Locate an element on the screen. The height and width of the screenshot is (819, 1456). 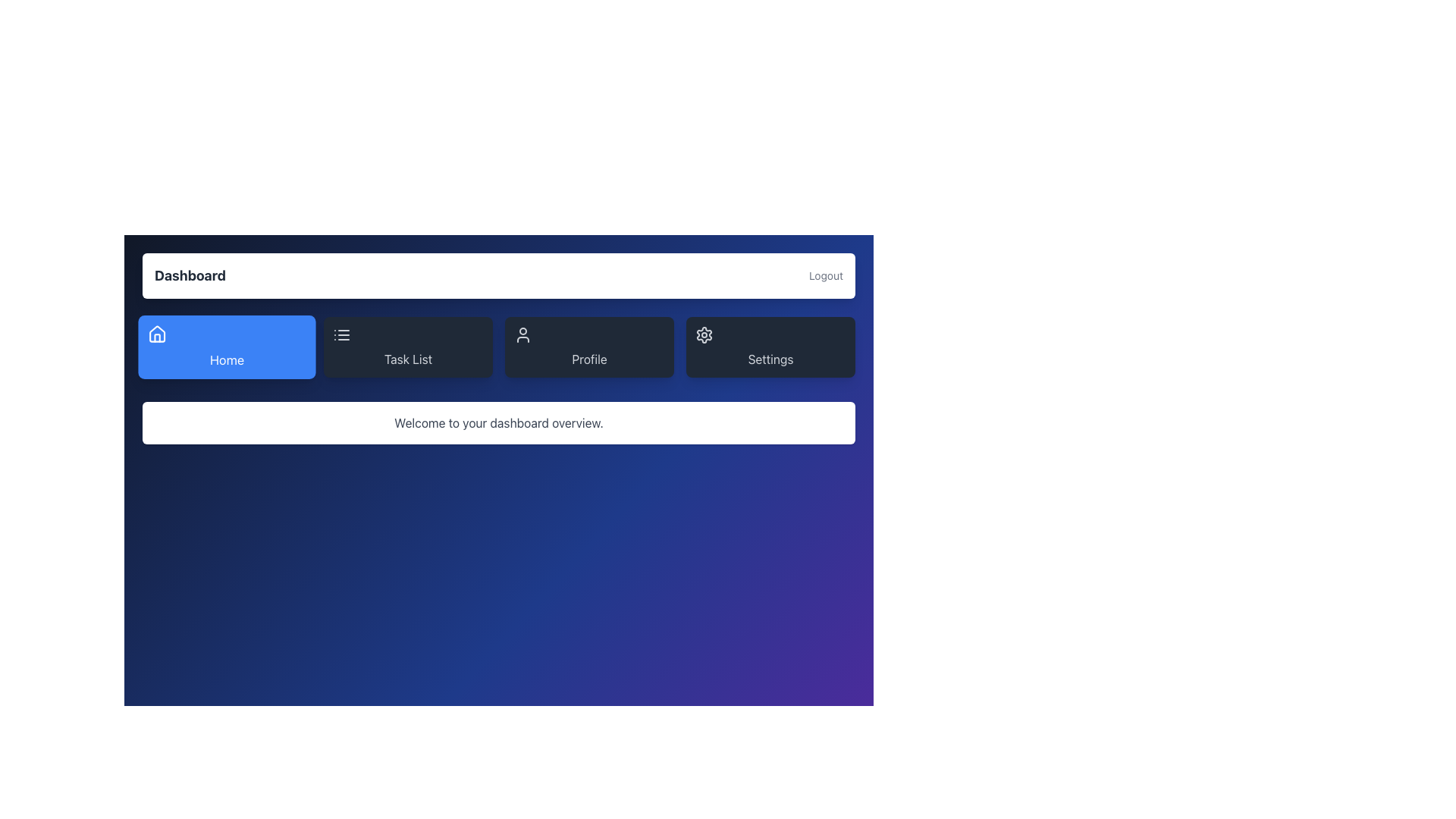
the 'Dashboard' text label, which is styled in bold dark gray font against a white background is located at coordinates (189, 275).